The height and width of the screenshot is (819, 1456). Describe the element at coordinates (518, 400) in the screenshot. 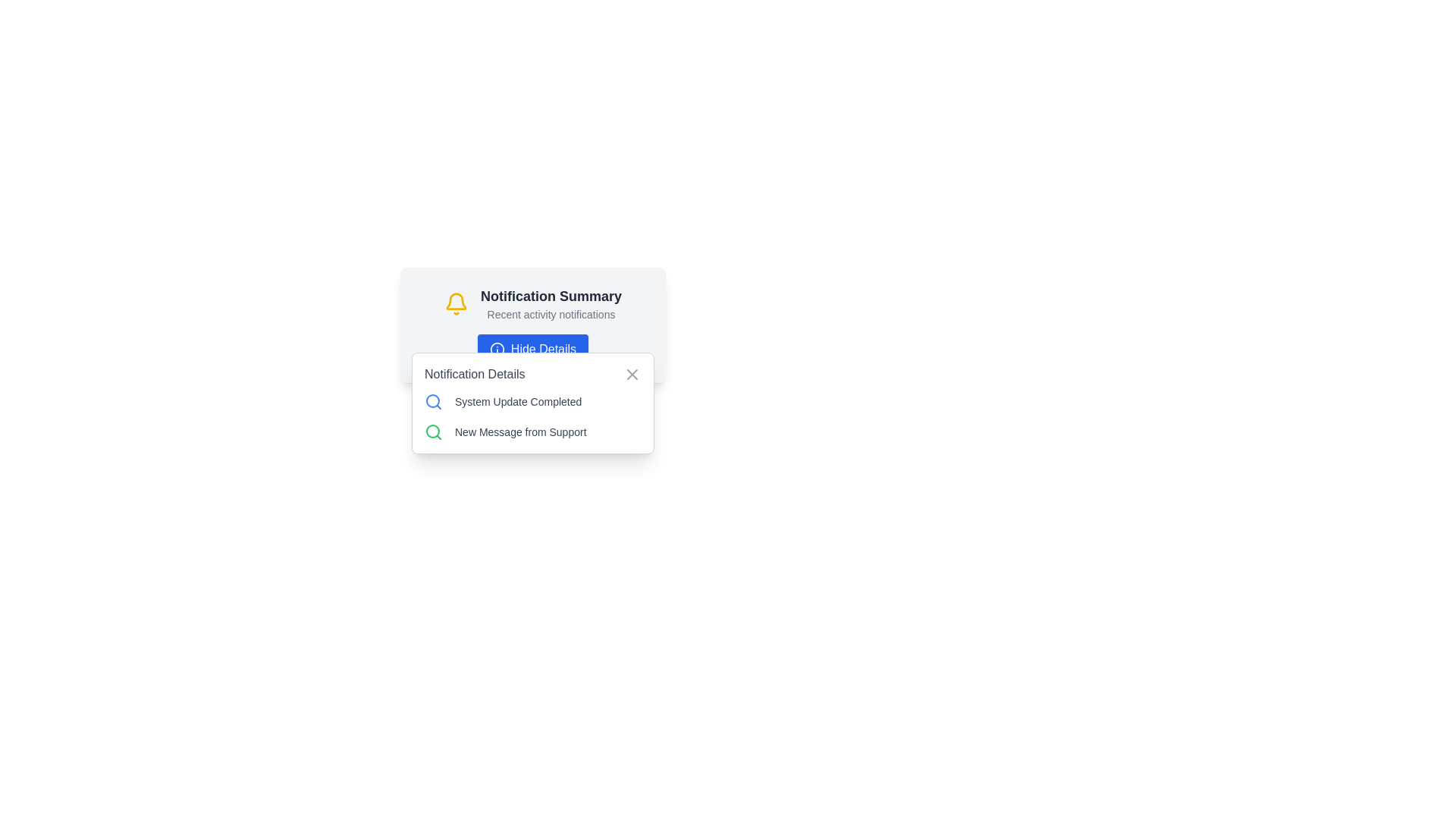

I see `the text label displaying 'System Update Completed' located in the 'Notification Details' section of the notification pop-up dialog box, to the right of the magnifying glass icon` at that location.